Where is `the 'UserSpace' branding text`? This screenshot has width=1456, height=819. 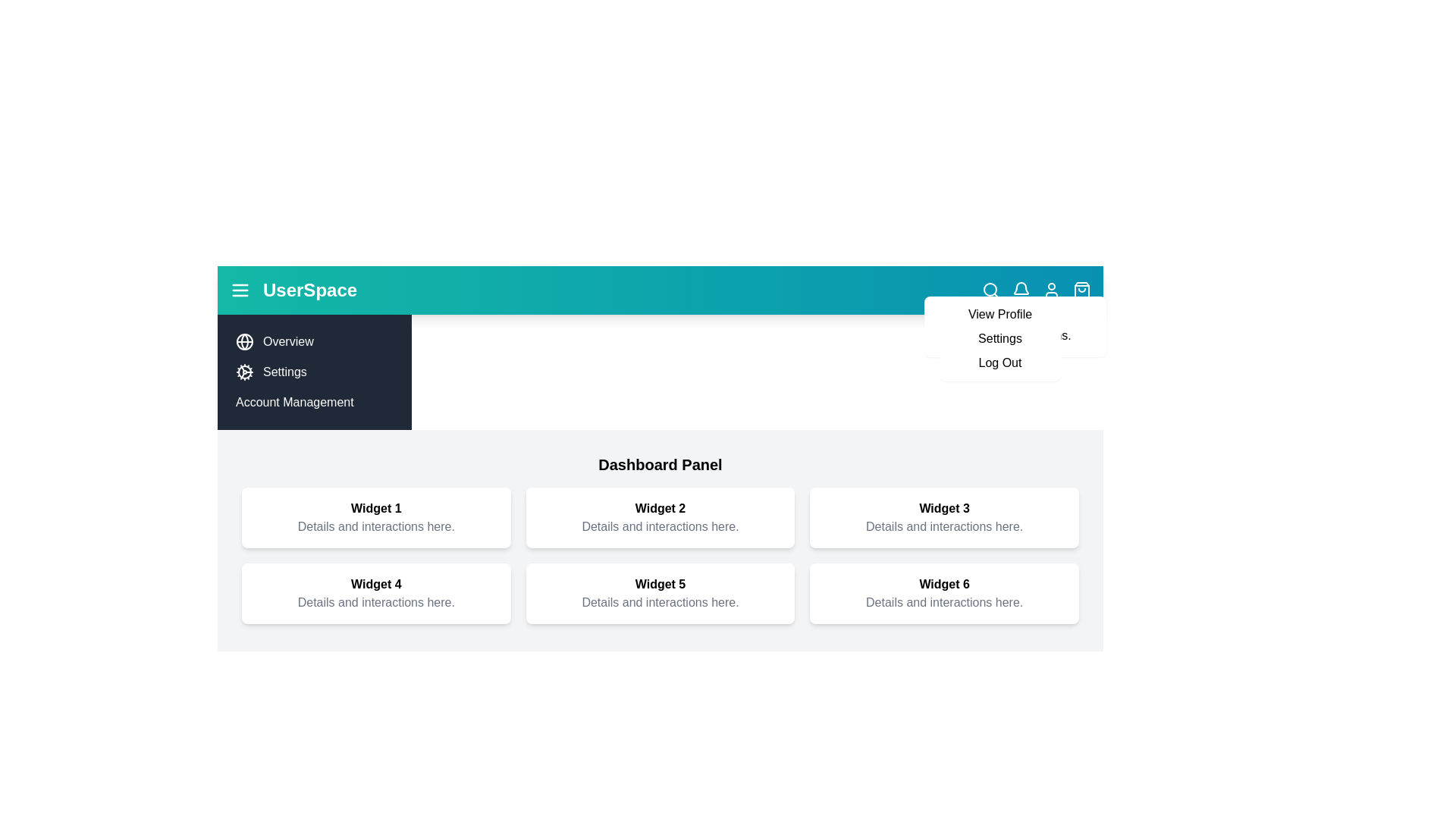 the 'UserSpace' branding text is located at coordinates (293, 290).